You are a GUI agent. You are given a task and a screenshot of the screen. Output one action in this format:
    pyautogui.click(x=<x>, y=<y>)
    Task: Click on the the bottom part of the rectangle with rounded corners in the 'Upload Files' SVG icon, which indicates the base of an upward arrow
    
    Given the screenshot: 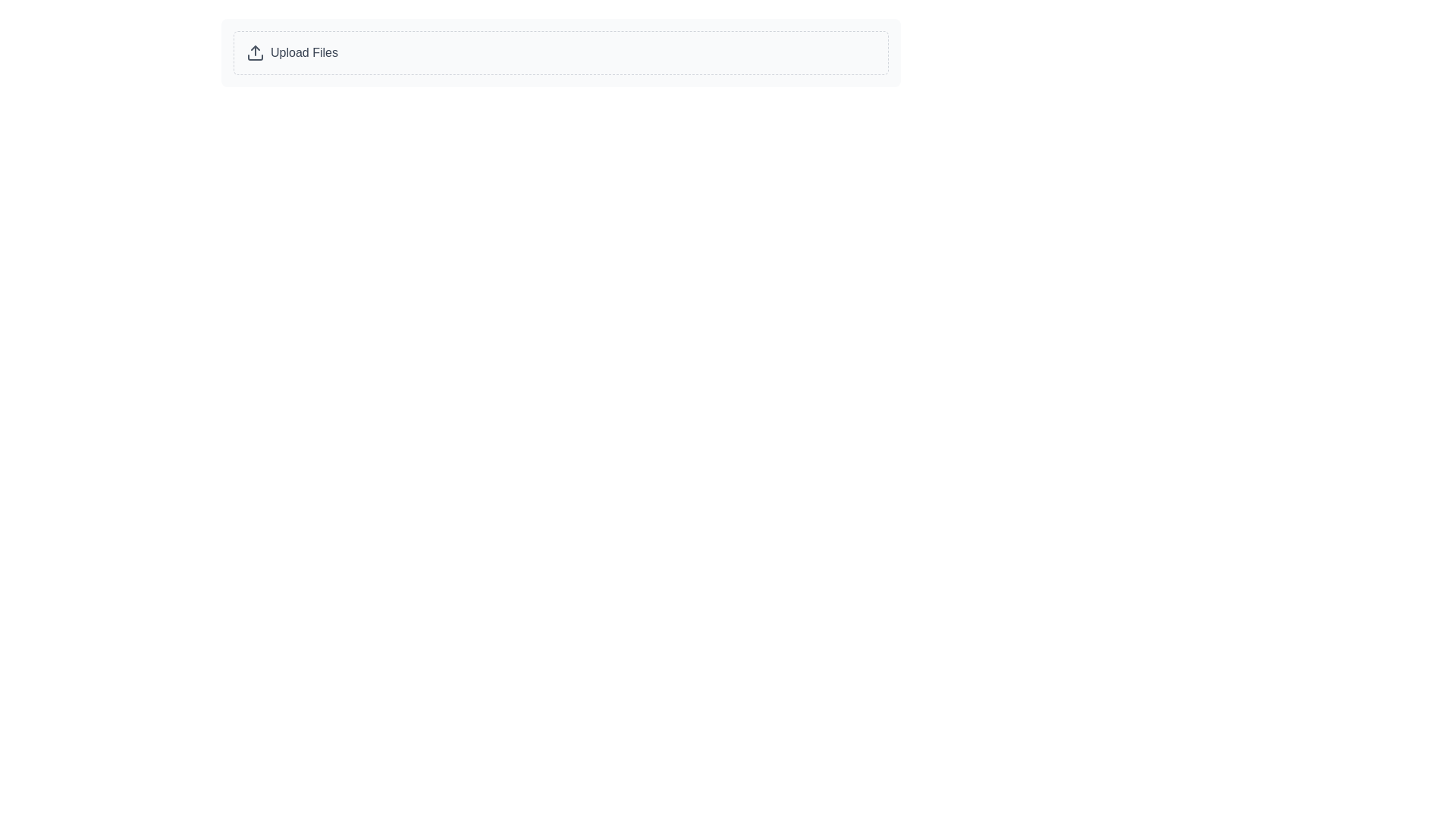 What is the action you would take?
    pyautogui.click(x=255, y=57)
    